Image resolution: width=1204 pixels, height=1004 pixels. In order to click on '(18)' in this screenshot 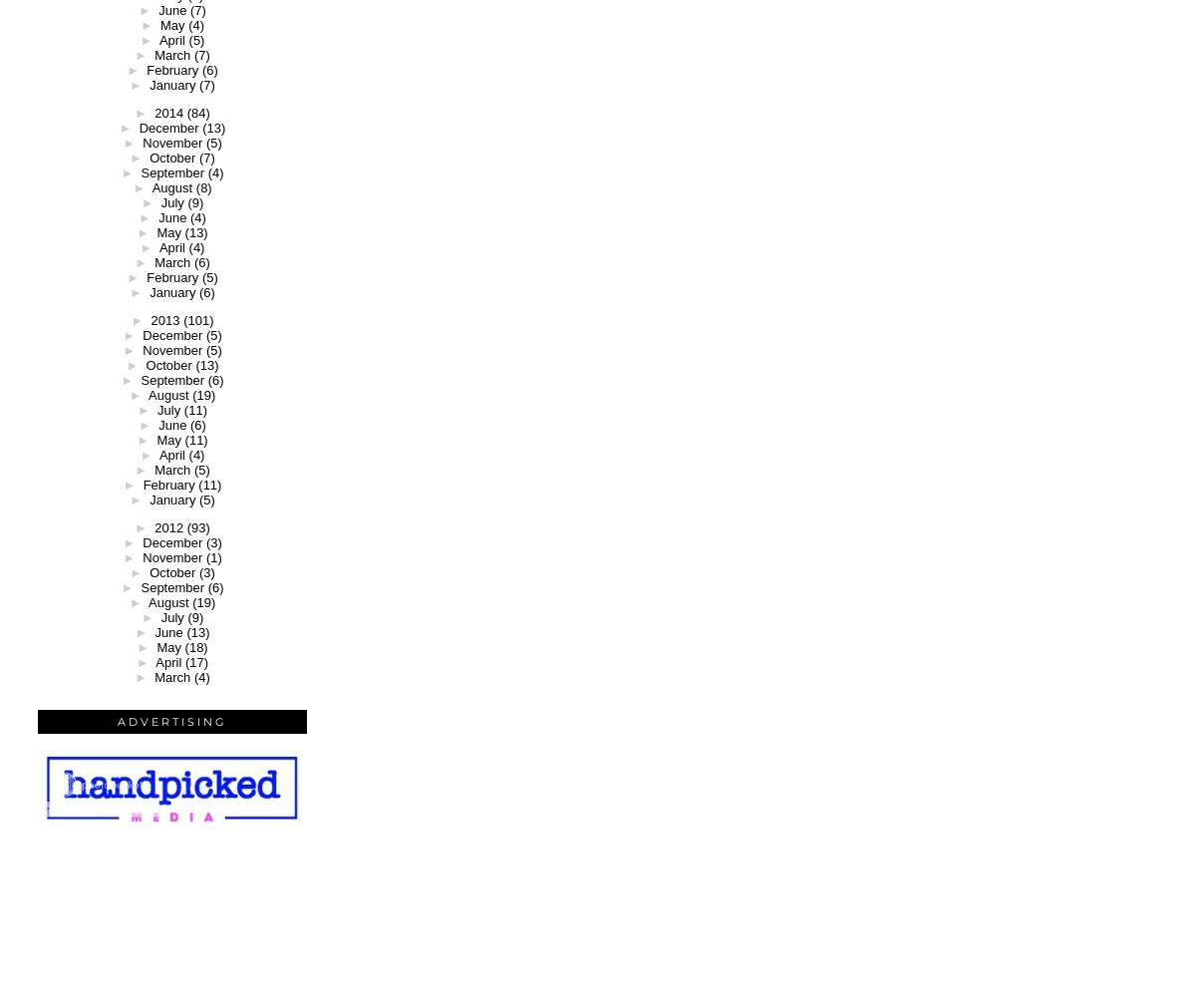, I will do `click(195, 646)`.